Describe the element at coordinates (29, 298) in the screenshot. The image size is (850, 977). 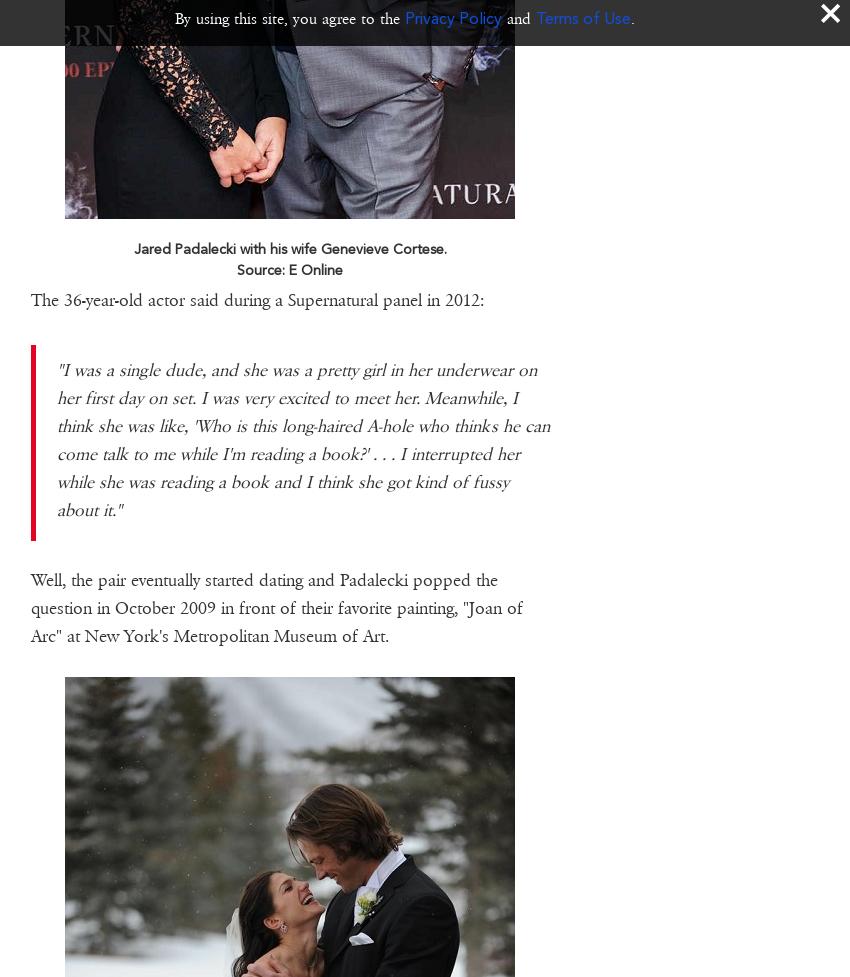
I see `'The 36-year-old actor said during a Supernatural panel in 2012:'` at that location.